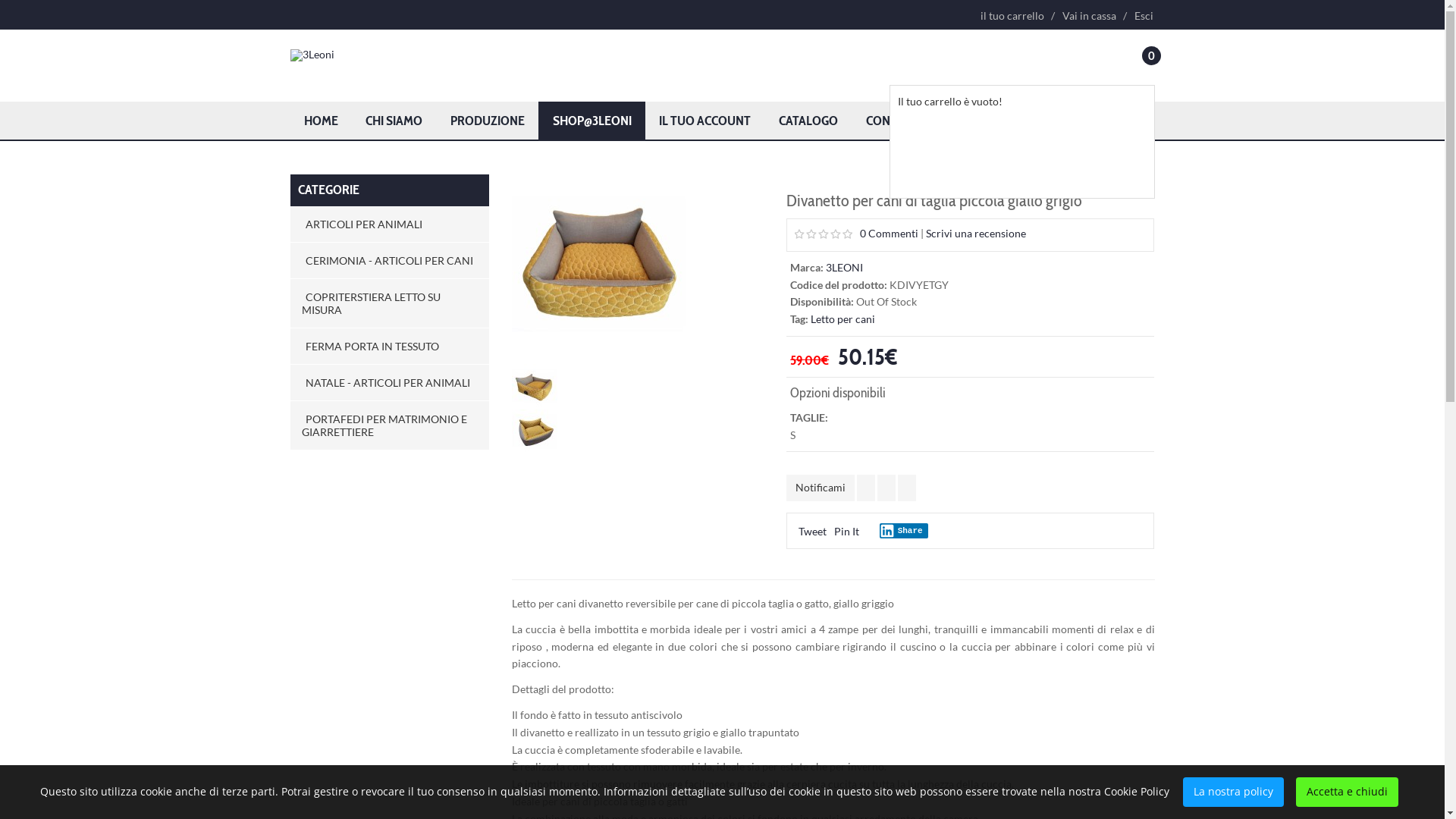 The width and height of the screenshot is (1456, 819). Describe the element at coordinates (319, 119) in the screenshot. I see `'HOME'` at that location.